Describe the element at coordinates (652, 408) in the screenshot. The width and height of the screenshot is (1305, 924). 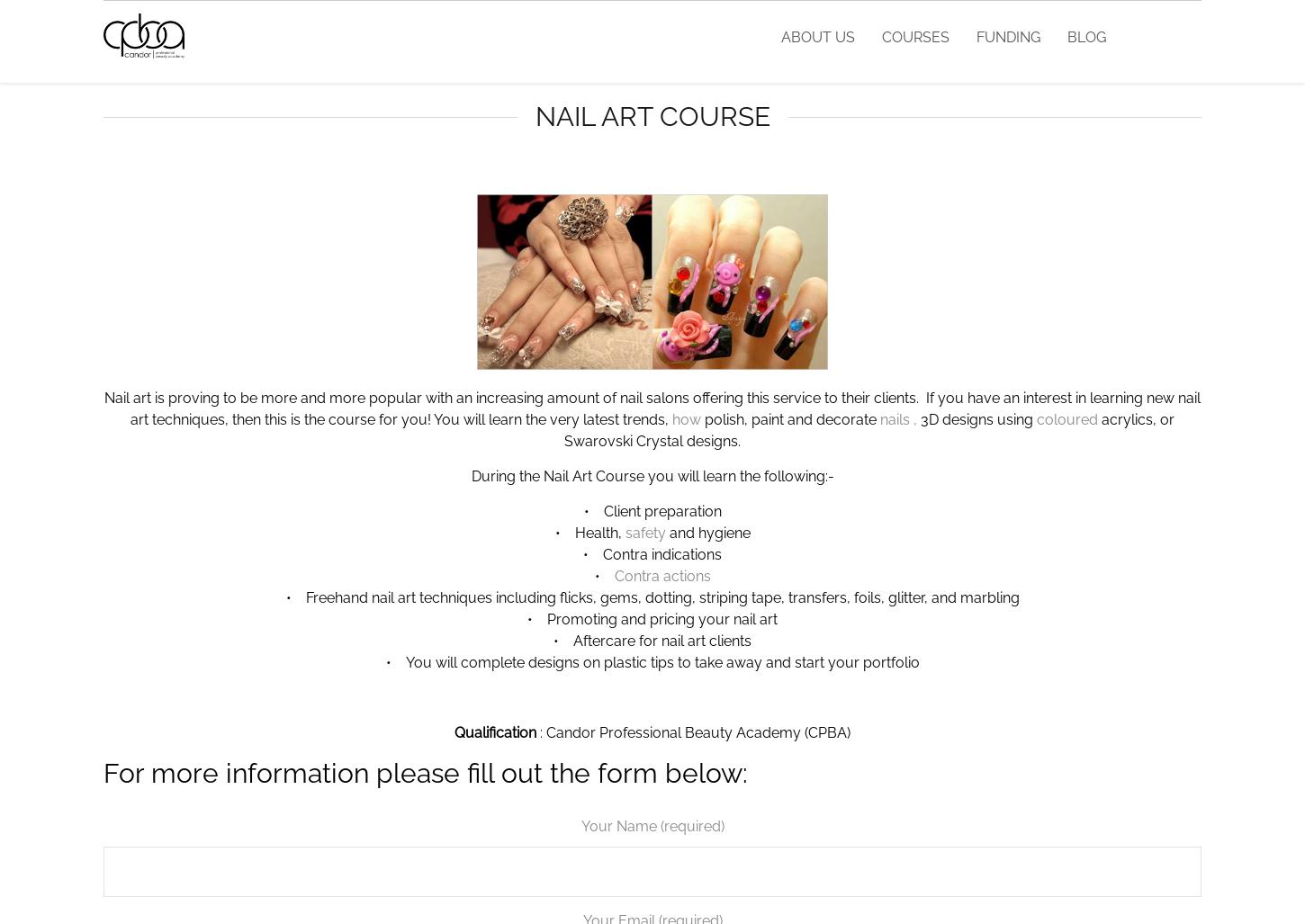
I see `'Nail art is proving to be more and more popular with an increasing amount of nail salons offering this service to their clients.  If you have an interest in learning new nail art techniques, then this is the course for you! You will learn the very latest trends,'` at that location.